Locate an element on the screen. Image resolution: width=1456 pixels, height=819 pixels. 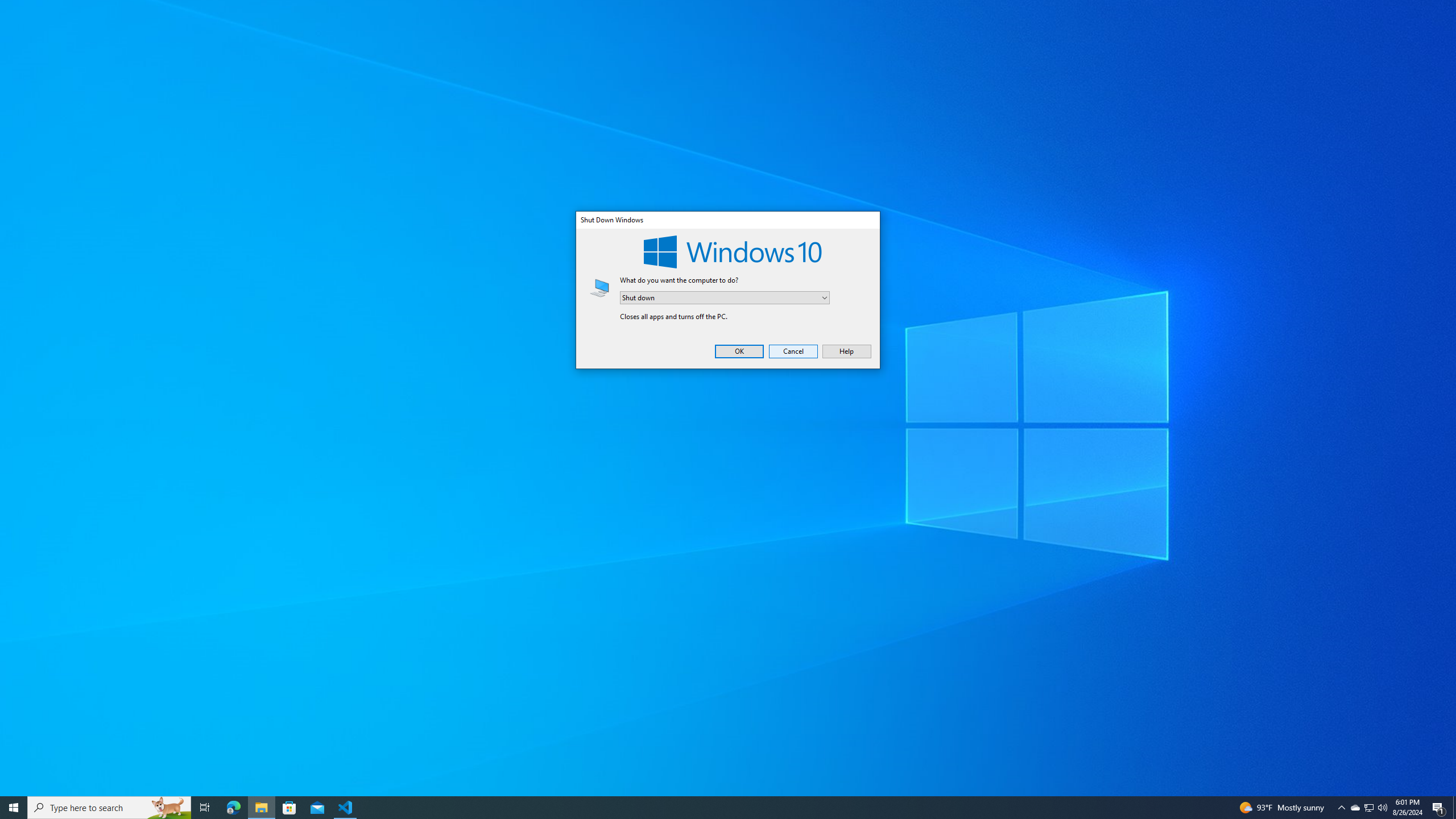
'Search highlights icon opens search home window' is located at coordinates (167, 806).